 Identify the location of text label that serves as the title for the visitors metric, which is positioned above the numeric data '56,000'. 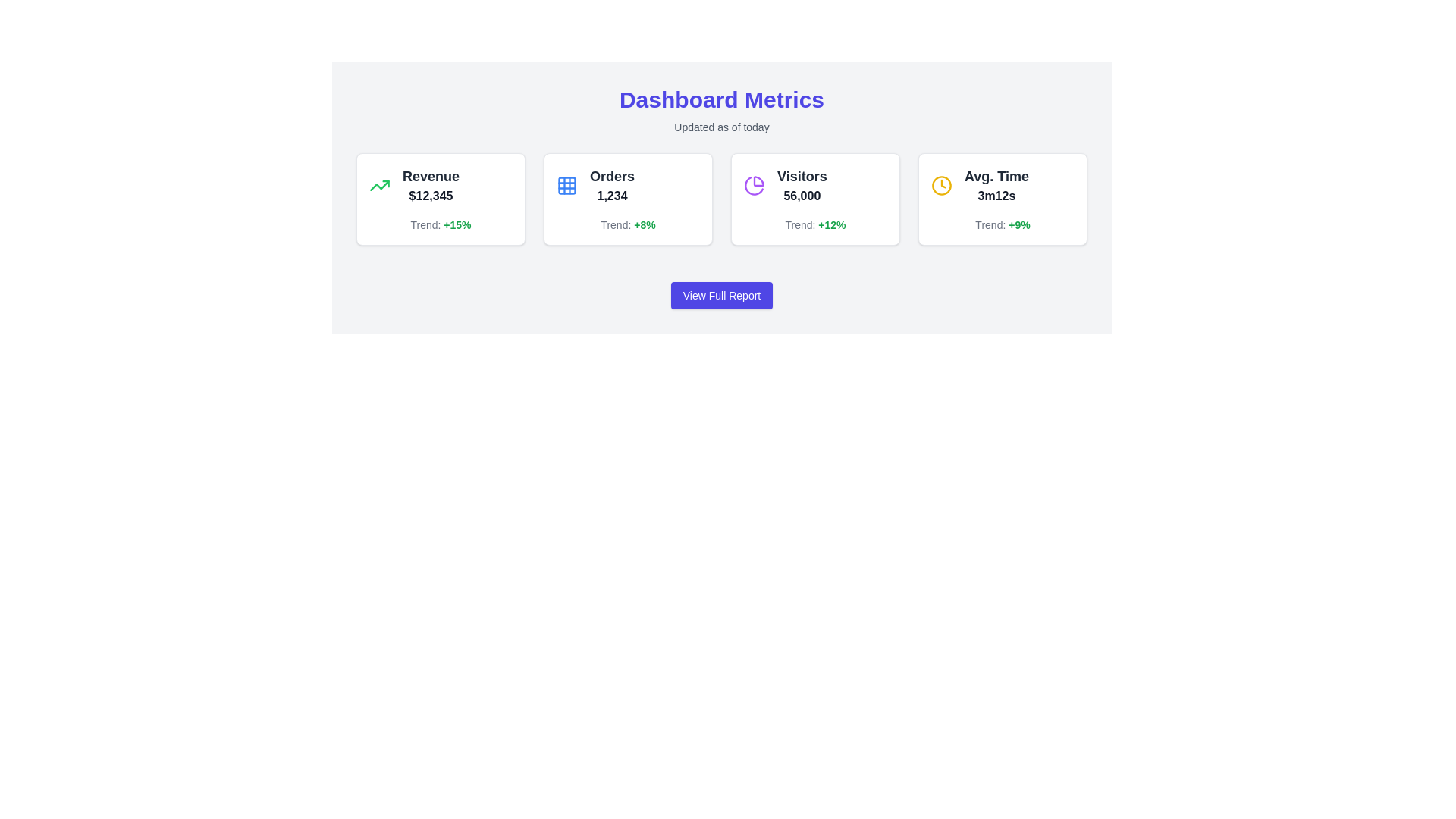
(801, 175).